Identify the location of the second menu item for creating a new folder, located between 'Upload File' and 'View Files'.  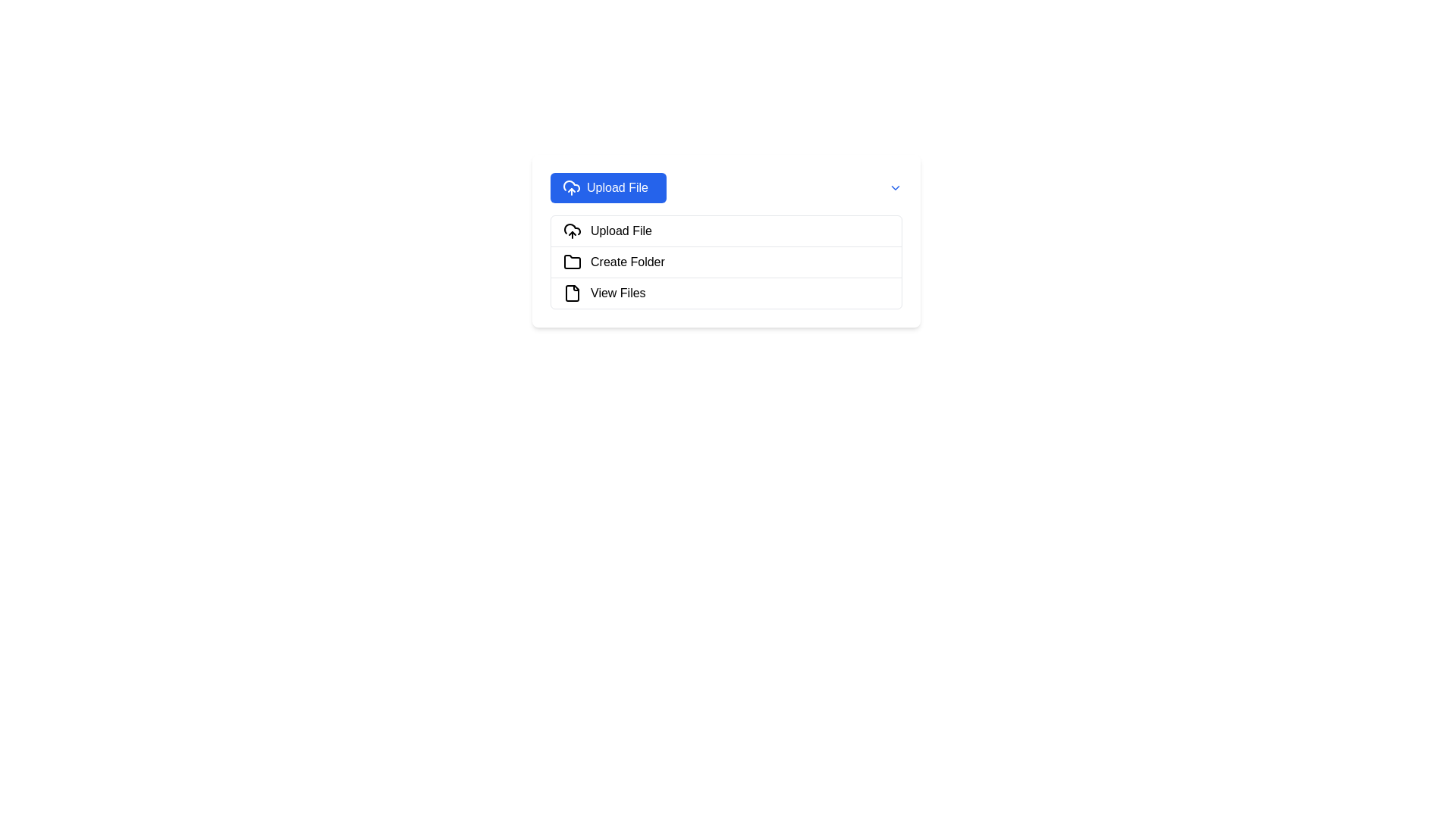
(726, 260).